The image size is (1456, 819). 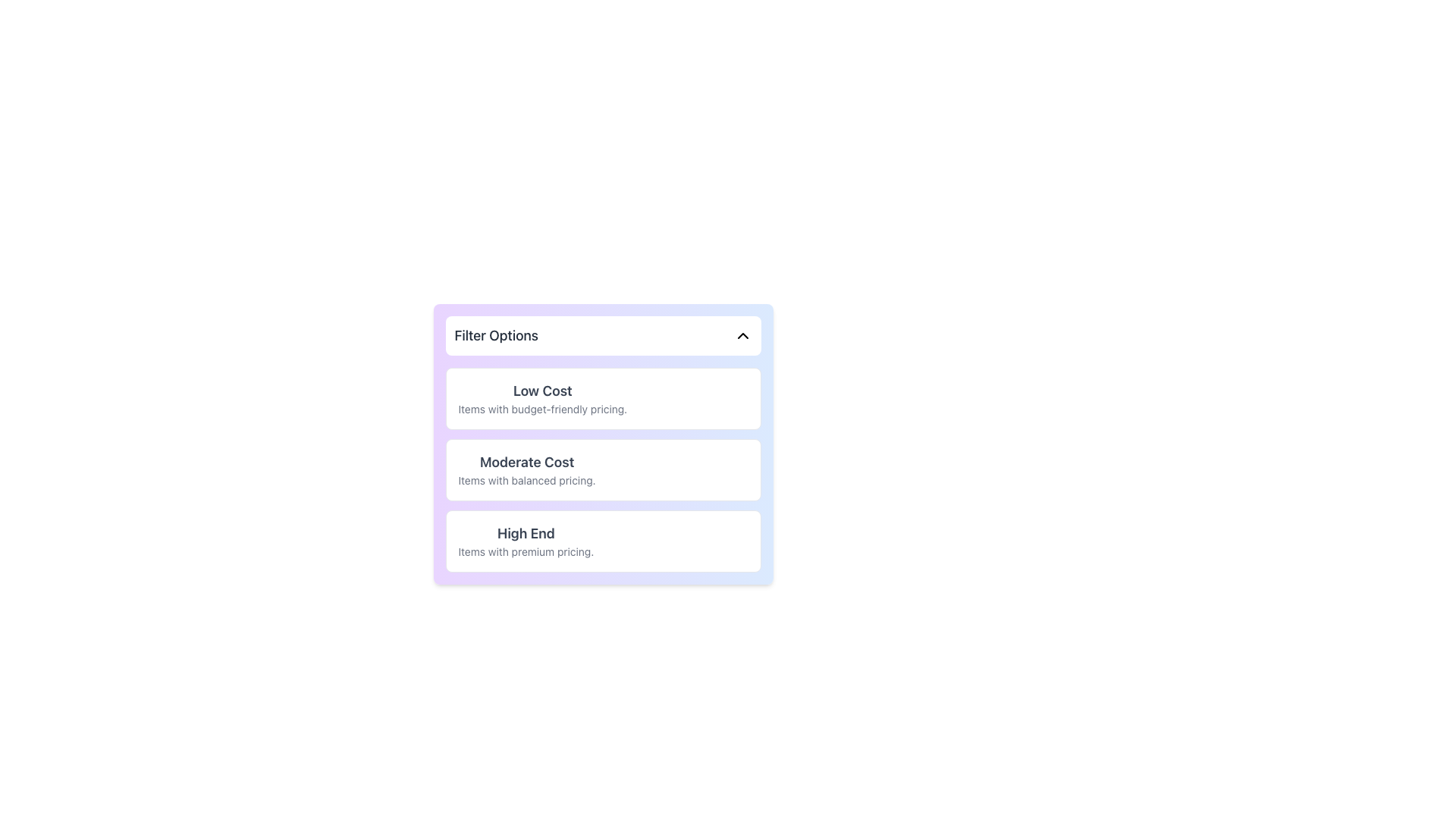 I want to click on the first filter option in the list under 'Filter Options', so click(x=602, y=397).